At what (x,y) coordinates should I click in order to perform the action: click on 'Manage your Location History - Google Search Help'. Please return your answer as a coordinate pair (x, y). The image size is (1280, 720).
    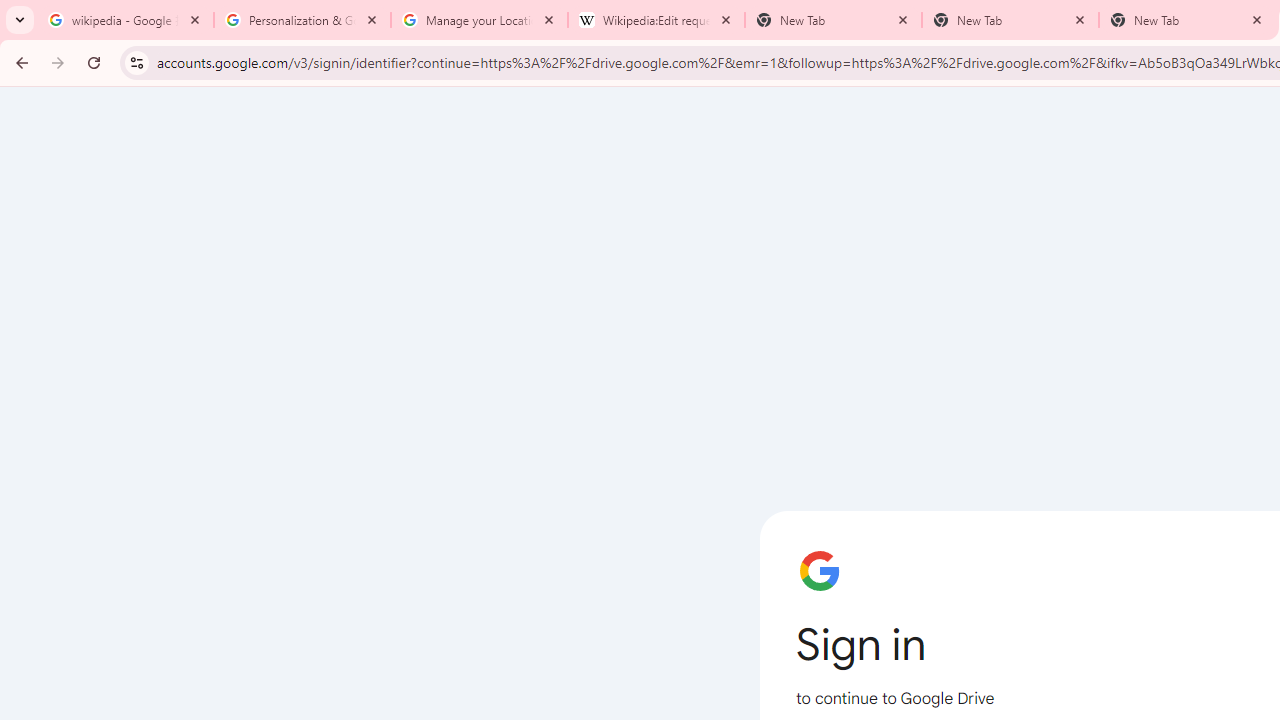
    Looking at the image, I should click on (478, 20).